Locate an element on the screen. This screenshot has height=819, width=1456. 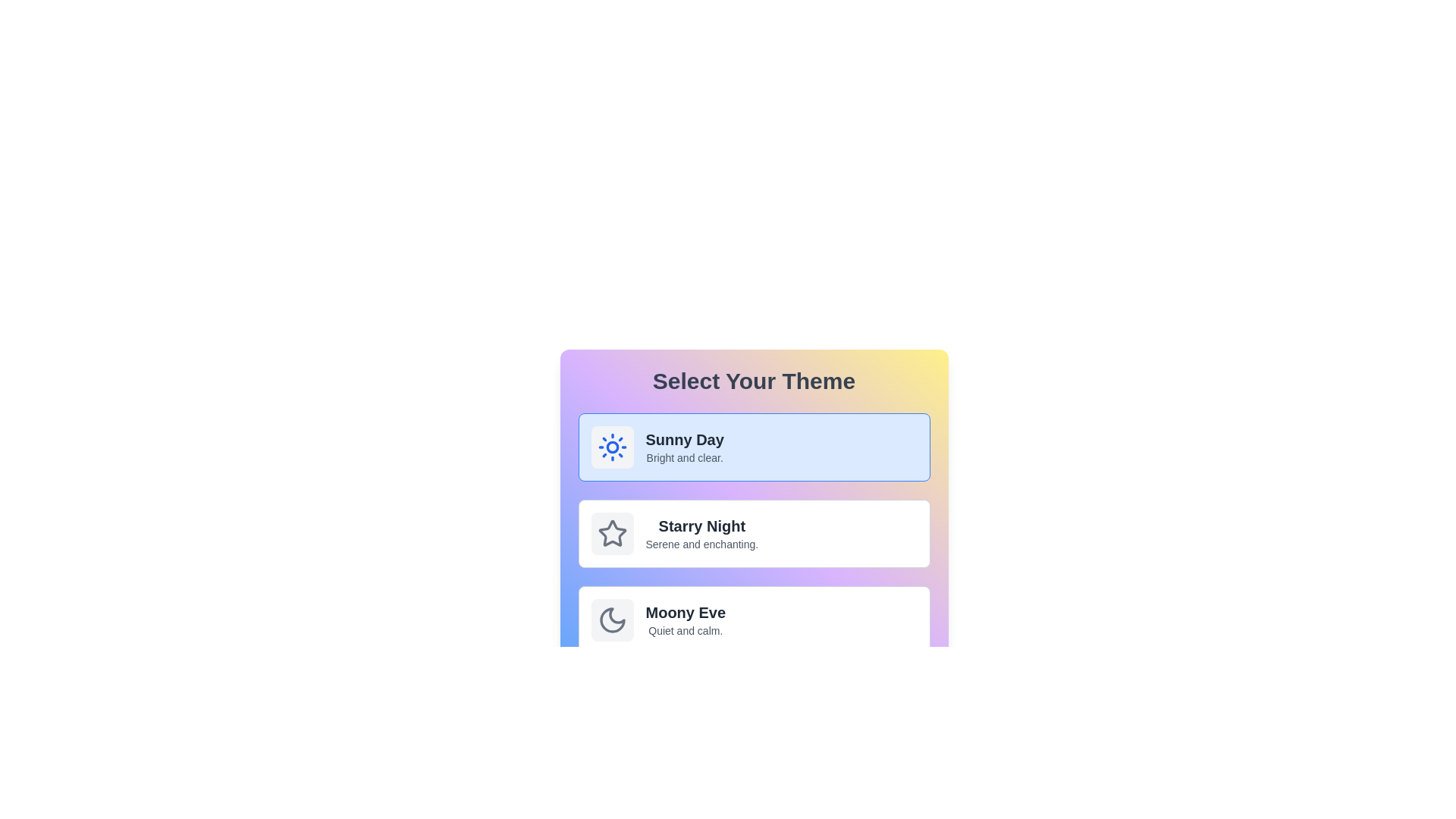
text label that displays 'Quiet and calm.' positioned below the title 'Moony Eve' is located at coordinates (685, 631).